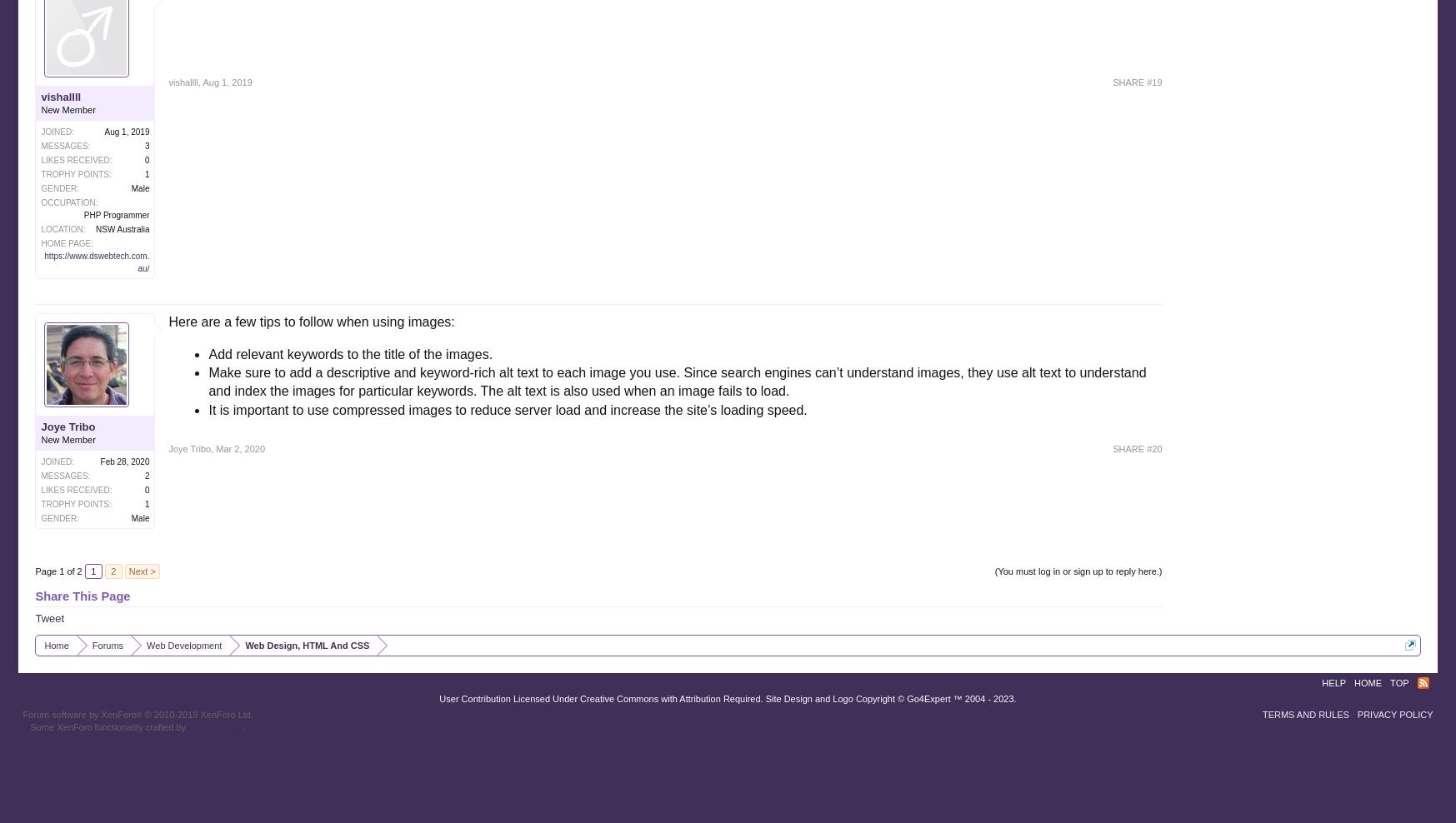 The height and width of the screenshot is (823, 1456). I want to click on 'Make sure to add a descriptive and keyword-rich alt text to each image you use. Since search engines can’t understand images, they use alt text to understand and index the images for particular keywords. The alt text is also used when an image fails to load.', so click(676, 382).